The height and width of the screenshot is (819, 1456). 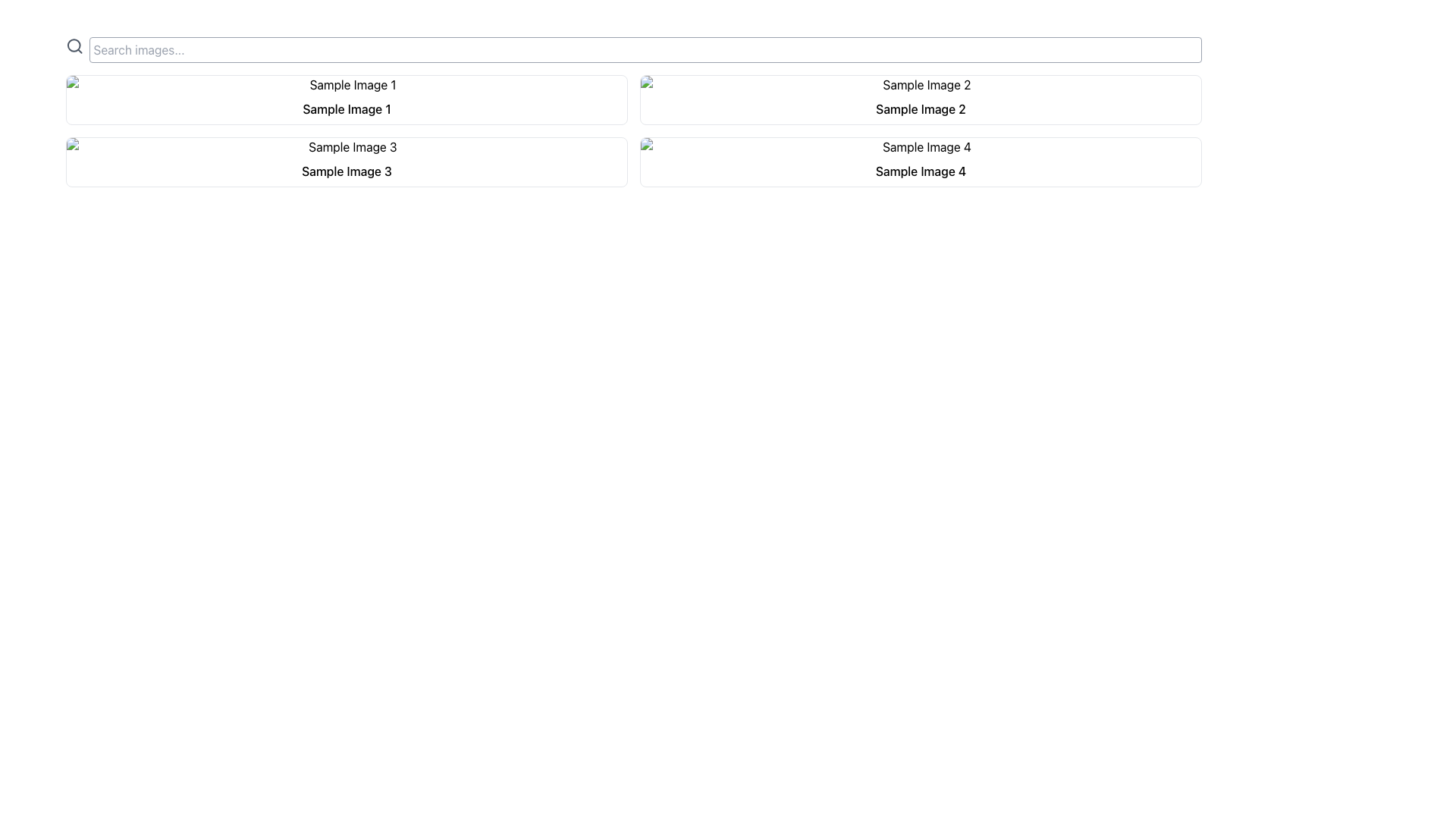 I want to click on the image placeholder located in the second card of the grid layout, which is labeled 'Sample Image 3', so click(x=346, y=146).